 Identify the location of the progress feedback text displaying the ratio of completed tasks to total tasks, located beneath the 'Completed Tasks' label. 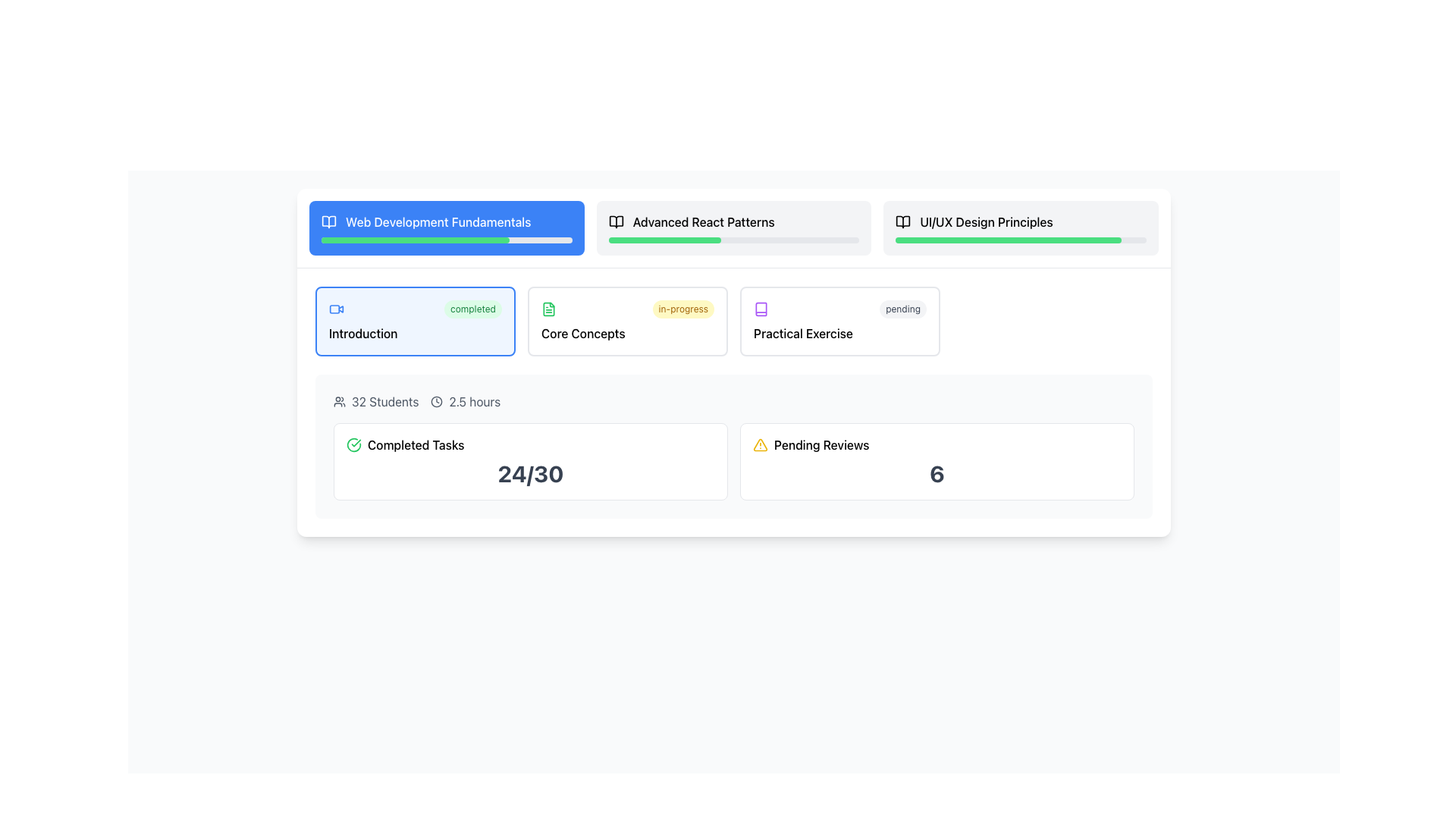
(531, 472).